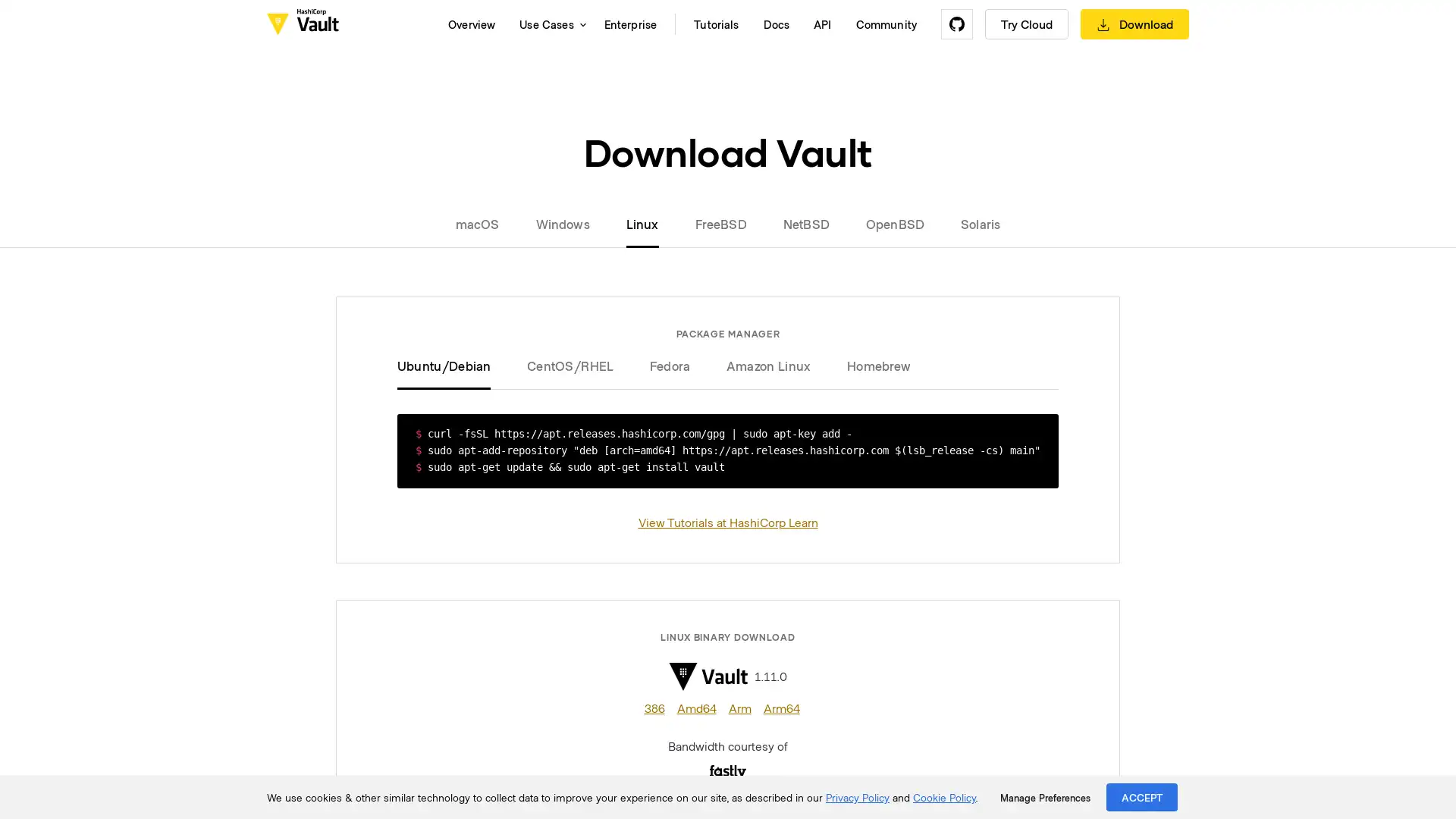 The width and height of the screenshot is (1456, 819). Describe the element at coordinates (895, 223) in the screenshot. I see `OpenBSD` at that location.